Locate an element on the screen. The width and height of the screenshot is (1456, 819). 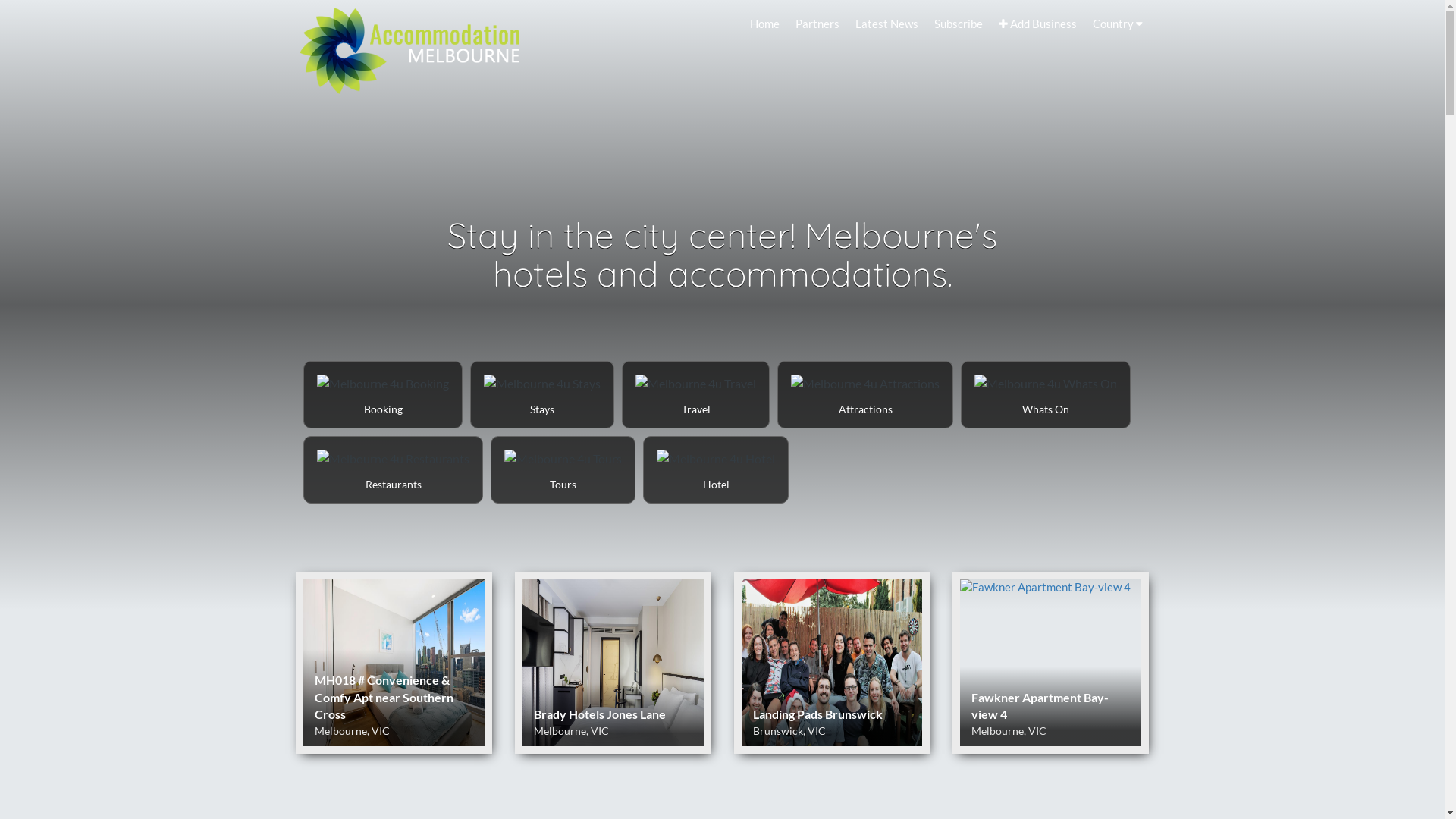
'Landing Pads Brunswick is located at coordinates (831, 662).